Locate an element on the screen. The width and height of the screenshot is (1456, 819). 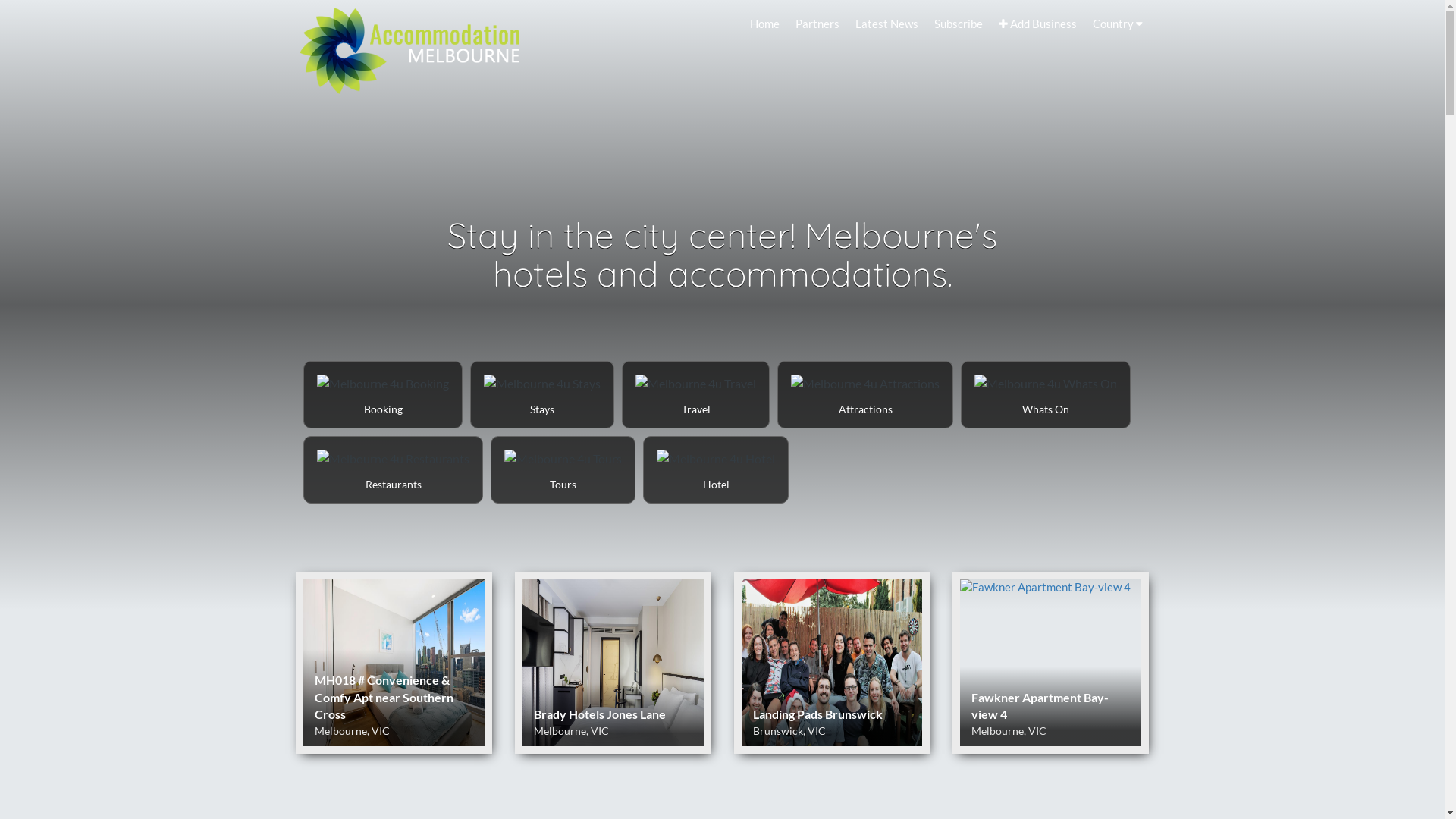
'Landing Pads Brunswick is located at coordinates (831, 662).